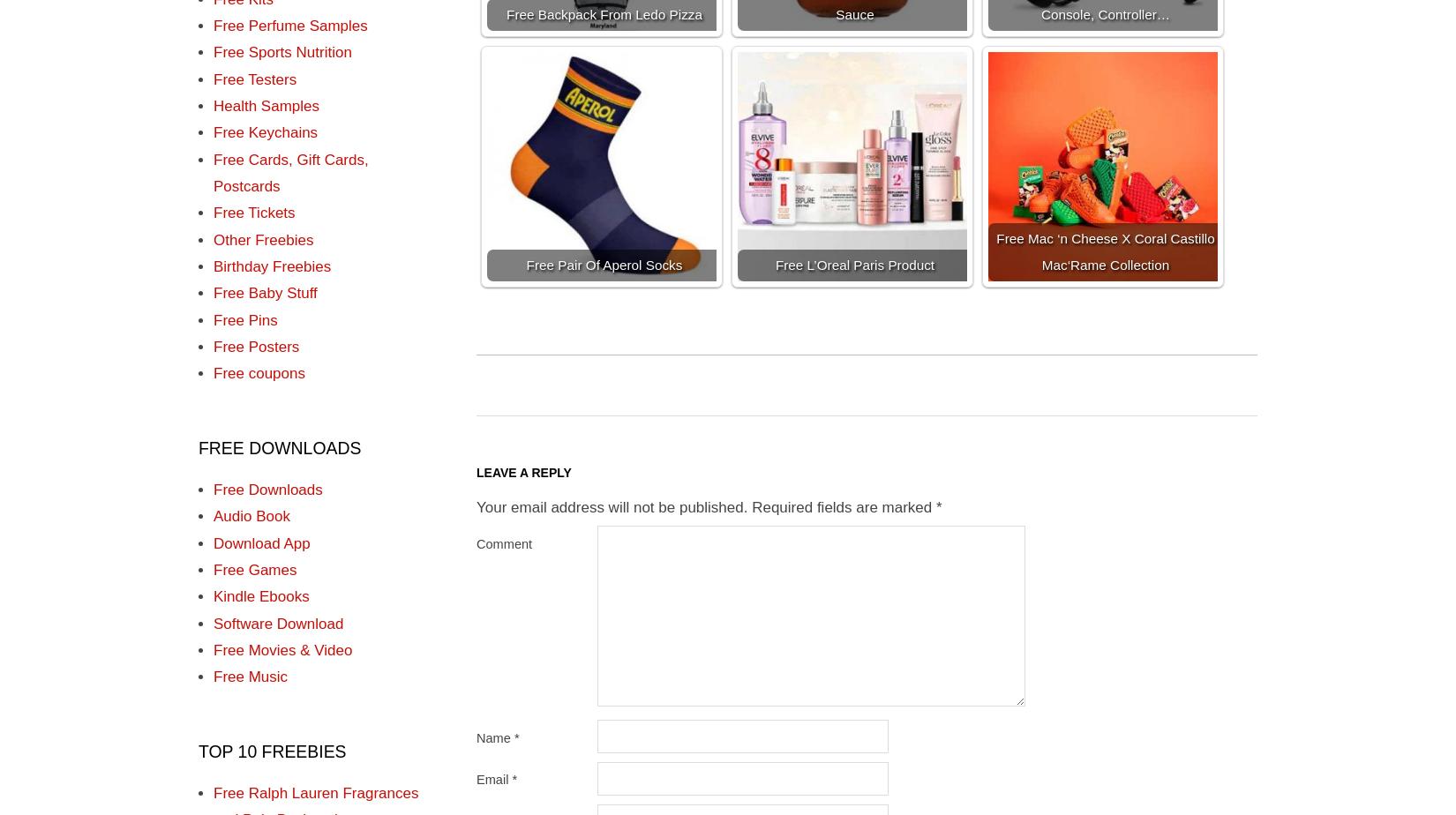 Image resolution: width=1456 pixels, height=815 pixels. Describe the element at coordinates (214, 239) in the screenshot. I see `'Other Freebies'` at that location.